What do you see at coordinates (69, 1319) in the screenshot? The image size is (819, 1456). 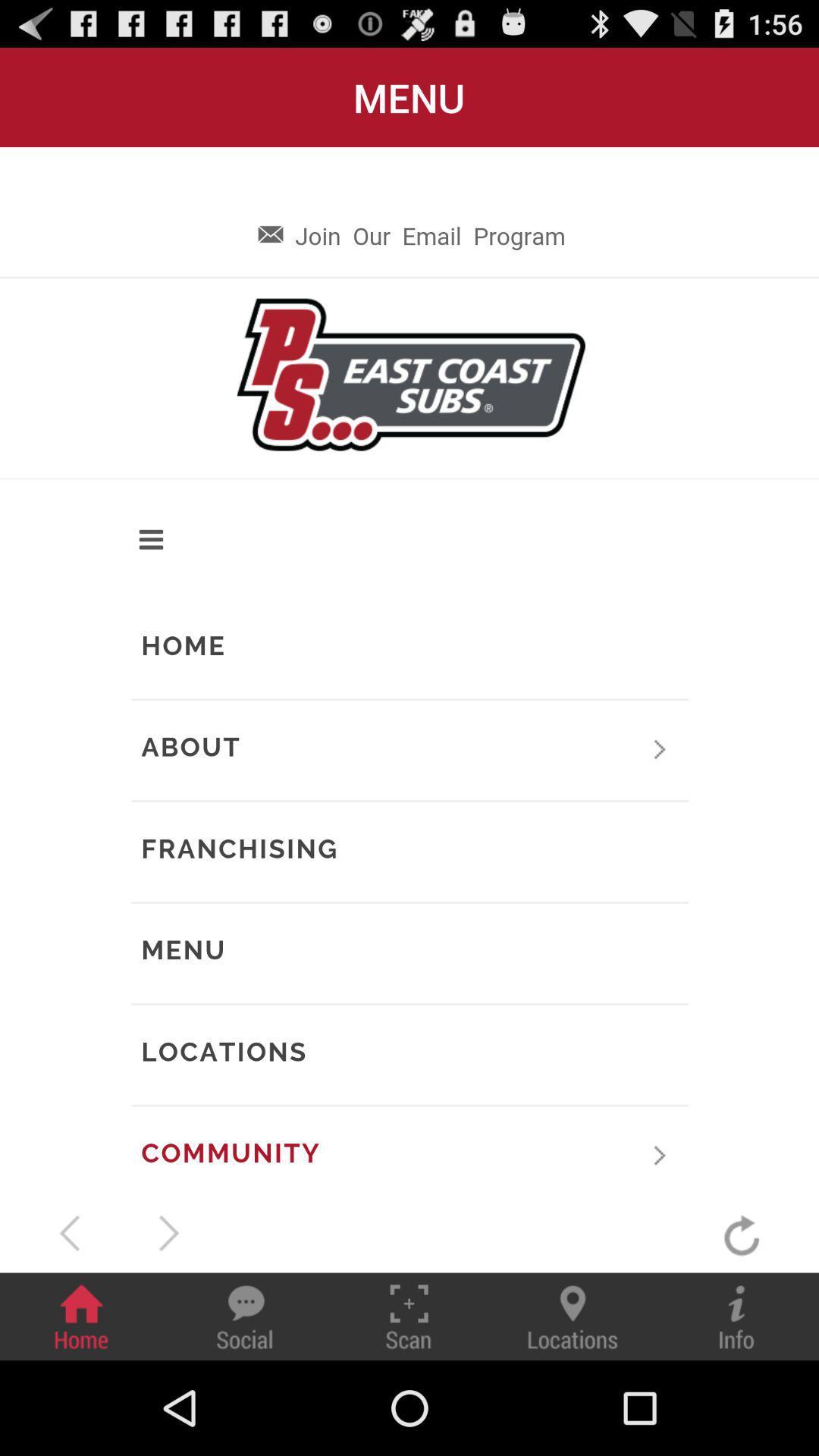 I see `the arrow_backward icon` at bounding box center [69, 1319].